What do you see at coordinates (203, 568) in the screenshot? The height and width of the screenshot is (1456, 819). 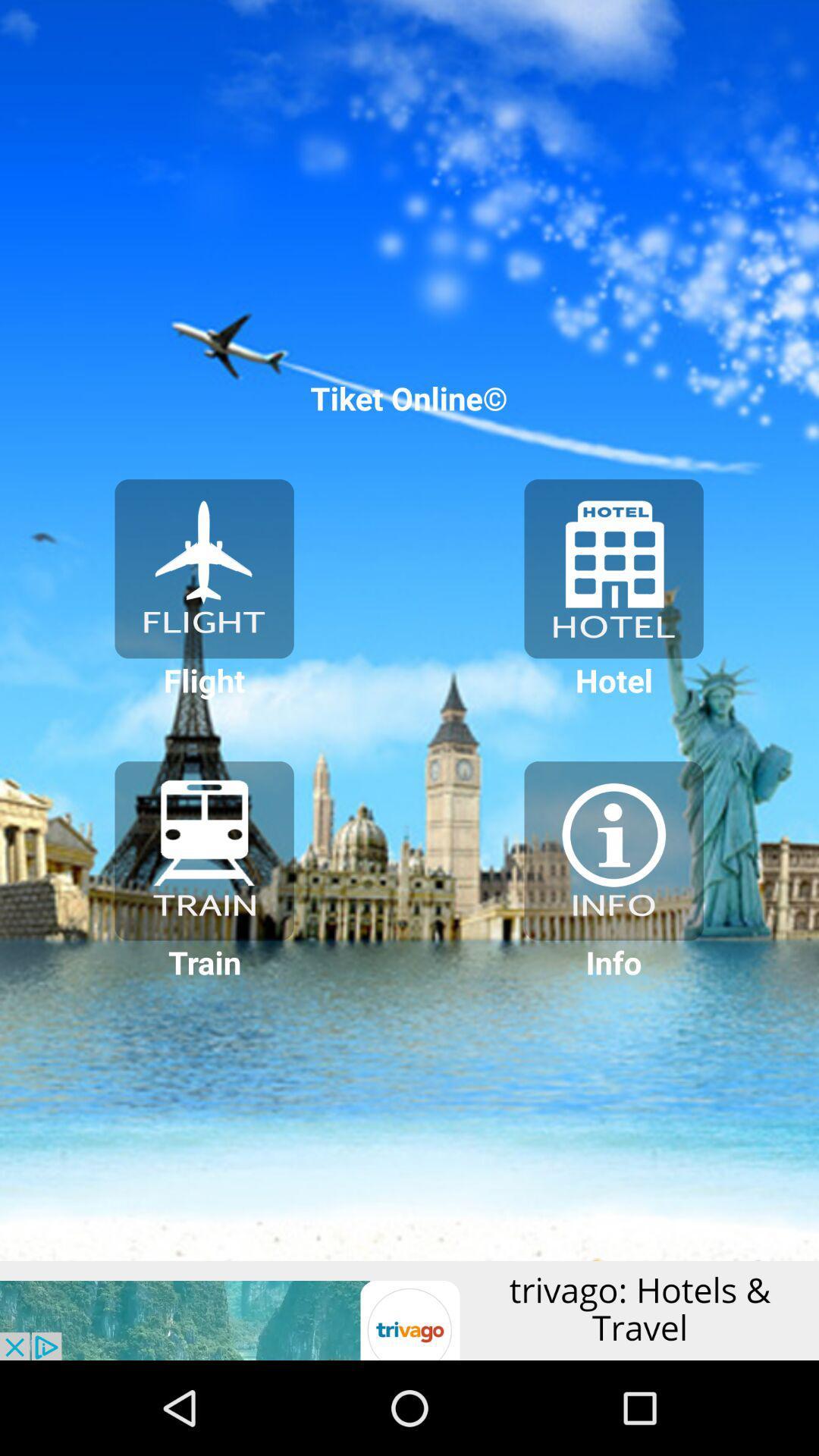 I see `plans the flight` at bounding box center [203, 568].